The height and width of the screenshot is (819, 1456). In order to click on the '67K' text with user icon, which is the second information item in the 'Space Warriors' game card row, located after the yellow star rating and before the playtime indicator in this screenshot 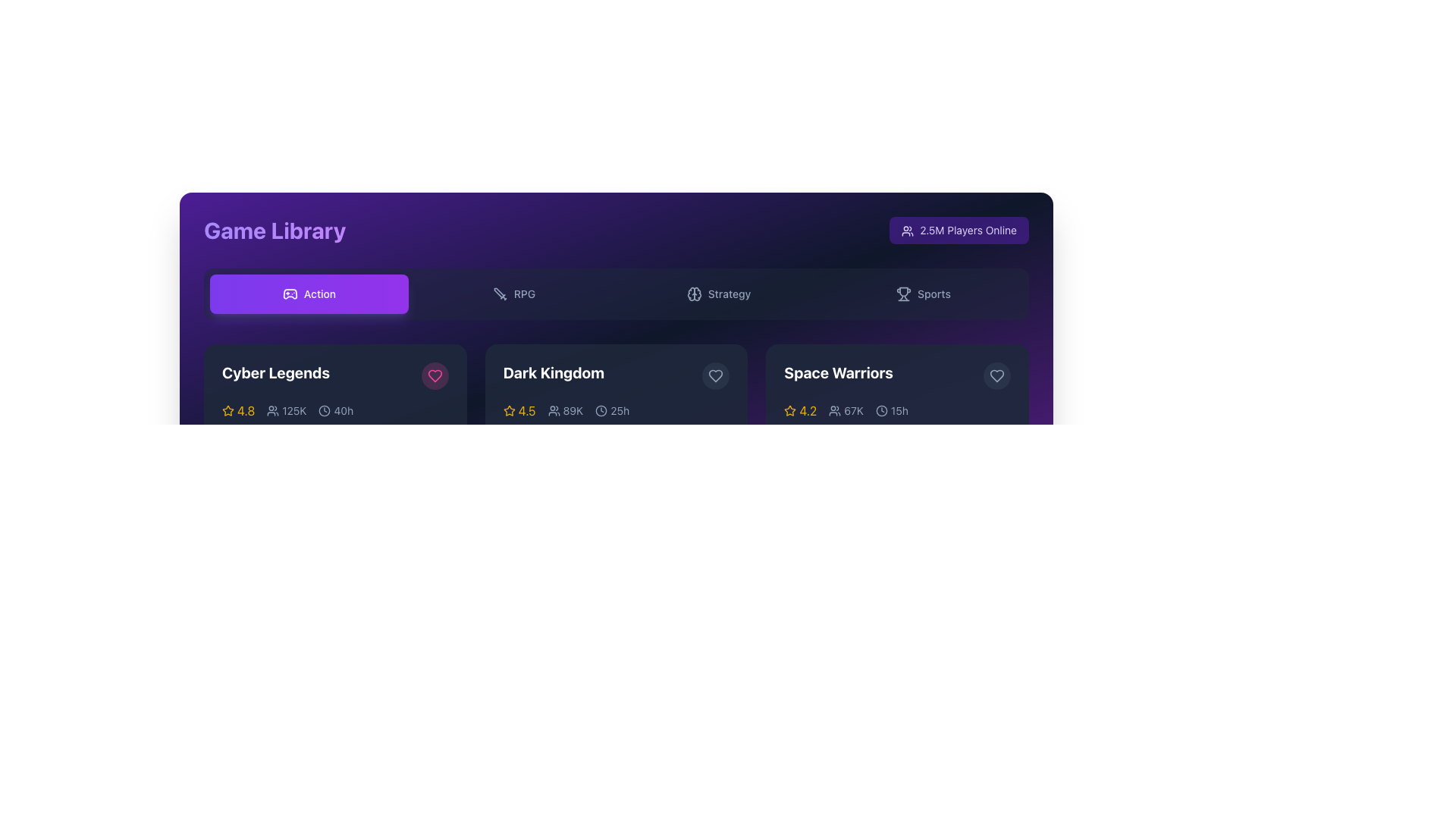, I will do `click(846, 411)`.